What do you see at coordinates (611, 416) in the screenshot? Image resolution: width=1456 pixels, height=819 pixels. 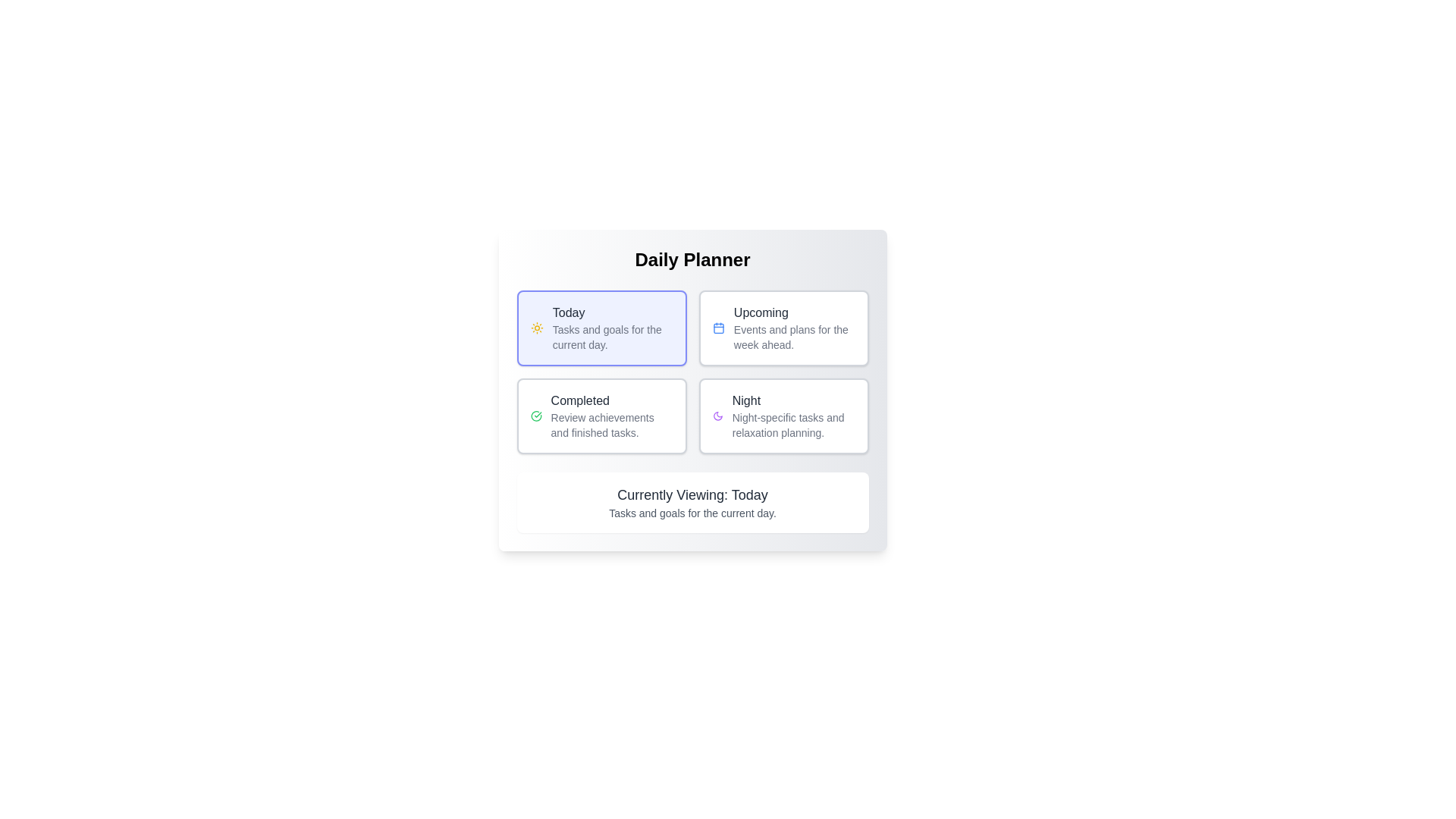 I see `the text block displaying 'Completed' in the Daily Planner interface, located in the bottom-left quadrant below the 'Today' section` at bounding box center [611, 416].